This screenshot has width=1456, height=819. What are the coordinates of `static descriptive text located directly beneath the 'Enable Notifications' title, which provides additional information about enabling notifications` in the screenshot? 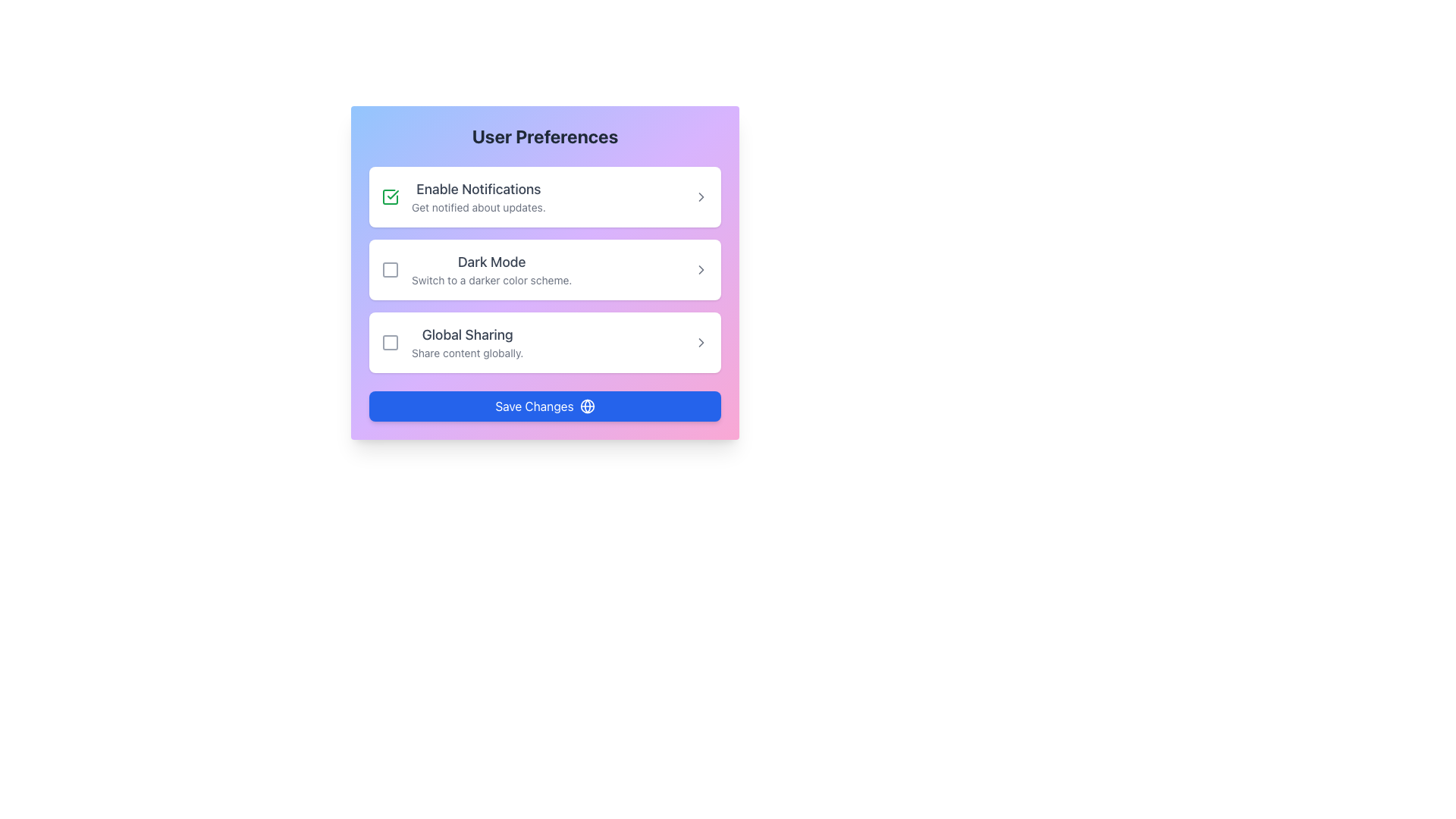 It's located at (478, 207).